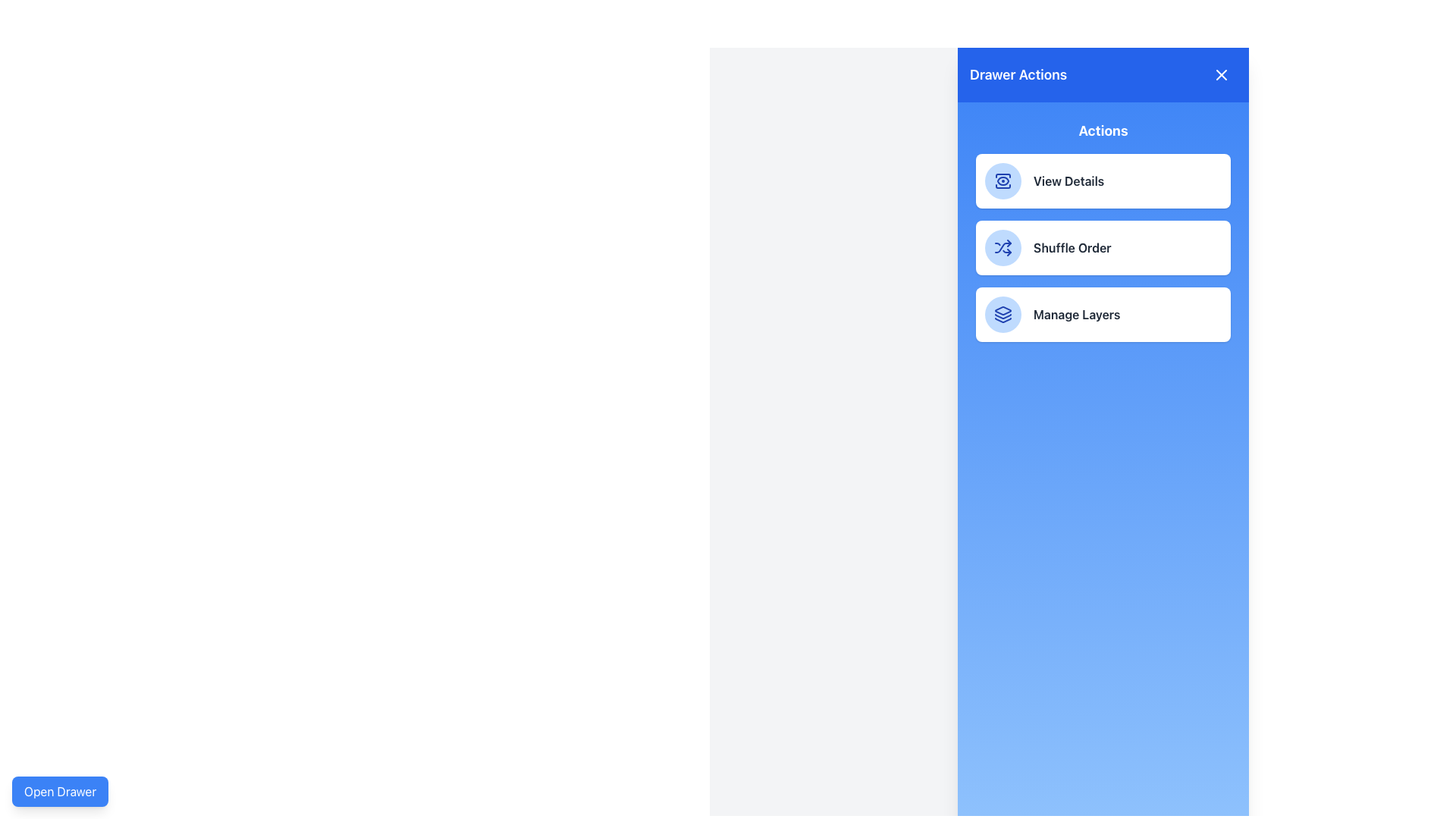  What do you see at coordinates (1103, 231) in the screenshot?
I see `the second list item labeled 'Shuffle Order' in the 'Actions' panel` at bounding box center [1103, 231].